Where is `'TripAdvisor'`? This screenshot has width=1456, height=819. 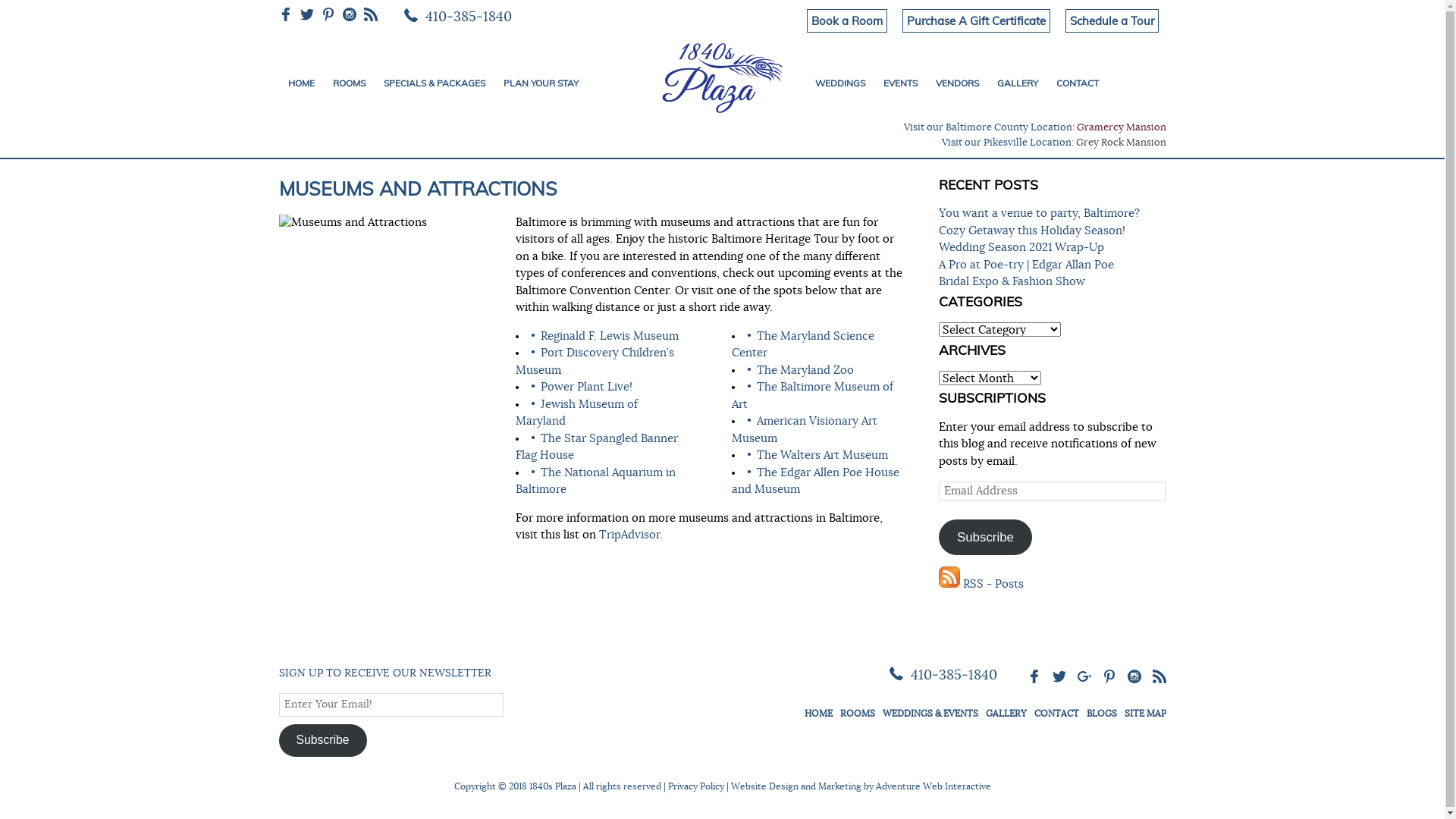
'TripAdvisor' is located at coordinates (629, 534).